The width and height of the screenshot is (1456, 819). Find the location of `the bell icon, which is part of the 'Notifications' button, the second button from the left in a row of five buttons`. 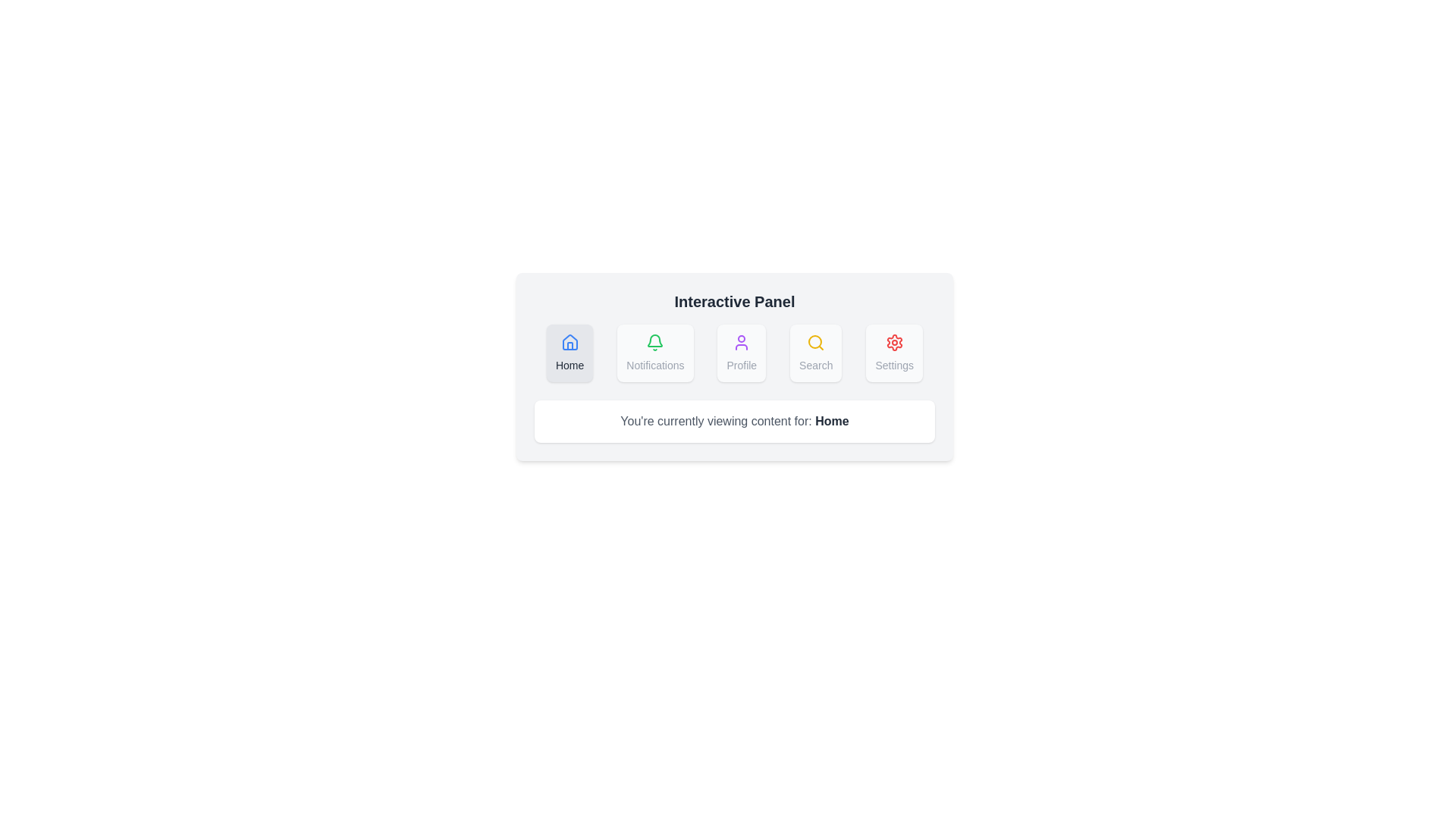

the bell icon, which is part of the 'Notifications' button, the second button from the left in a row of five buttons is located at coordinates (655, 342).